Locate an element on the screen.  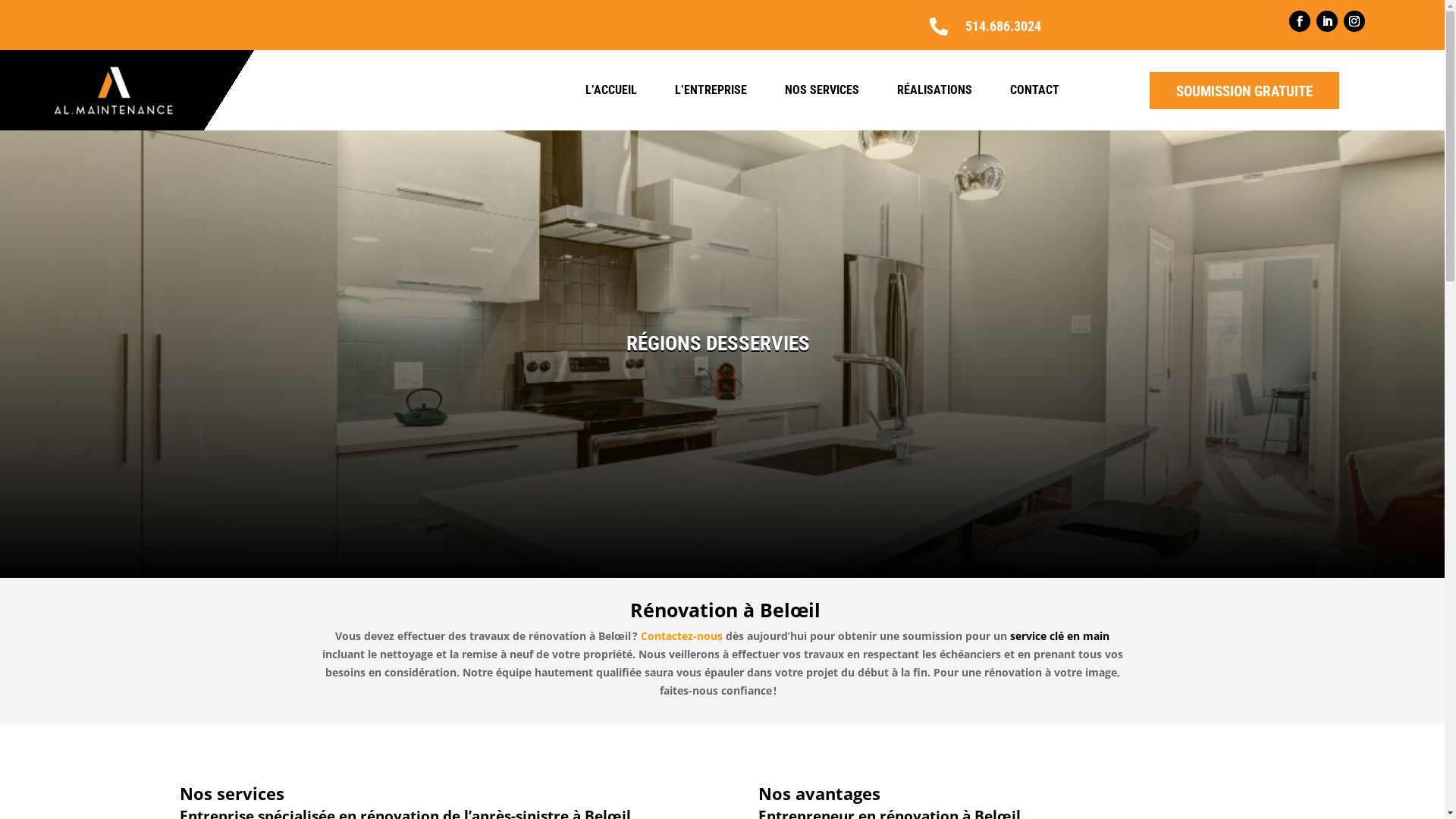
'Suivez sur LinkedIn' is located at coordinates (1326, 20).